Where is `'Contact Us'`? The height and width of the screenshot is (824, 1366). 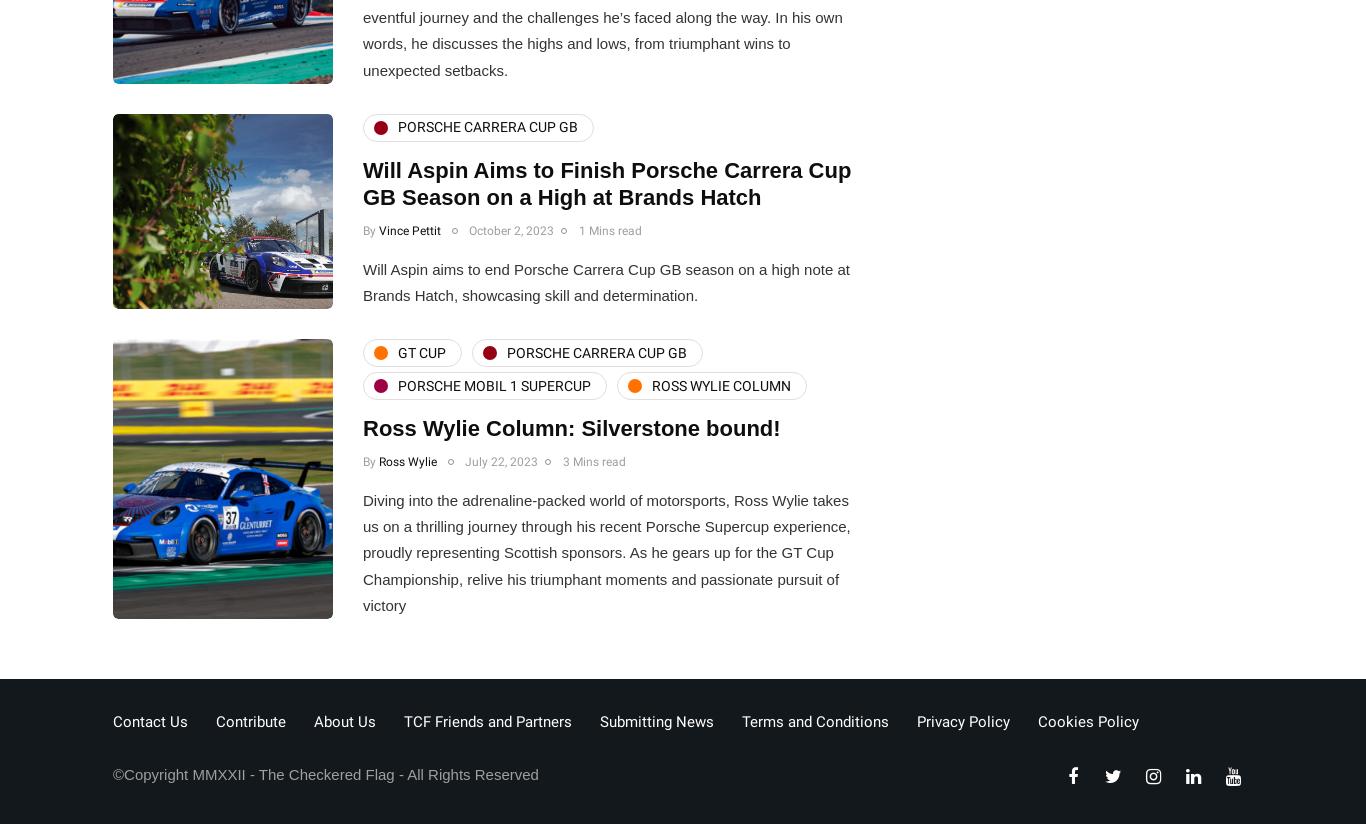 'Contact Us' is located at coordinates (149, 720).